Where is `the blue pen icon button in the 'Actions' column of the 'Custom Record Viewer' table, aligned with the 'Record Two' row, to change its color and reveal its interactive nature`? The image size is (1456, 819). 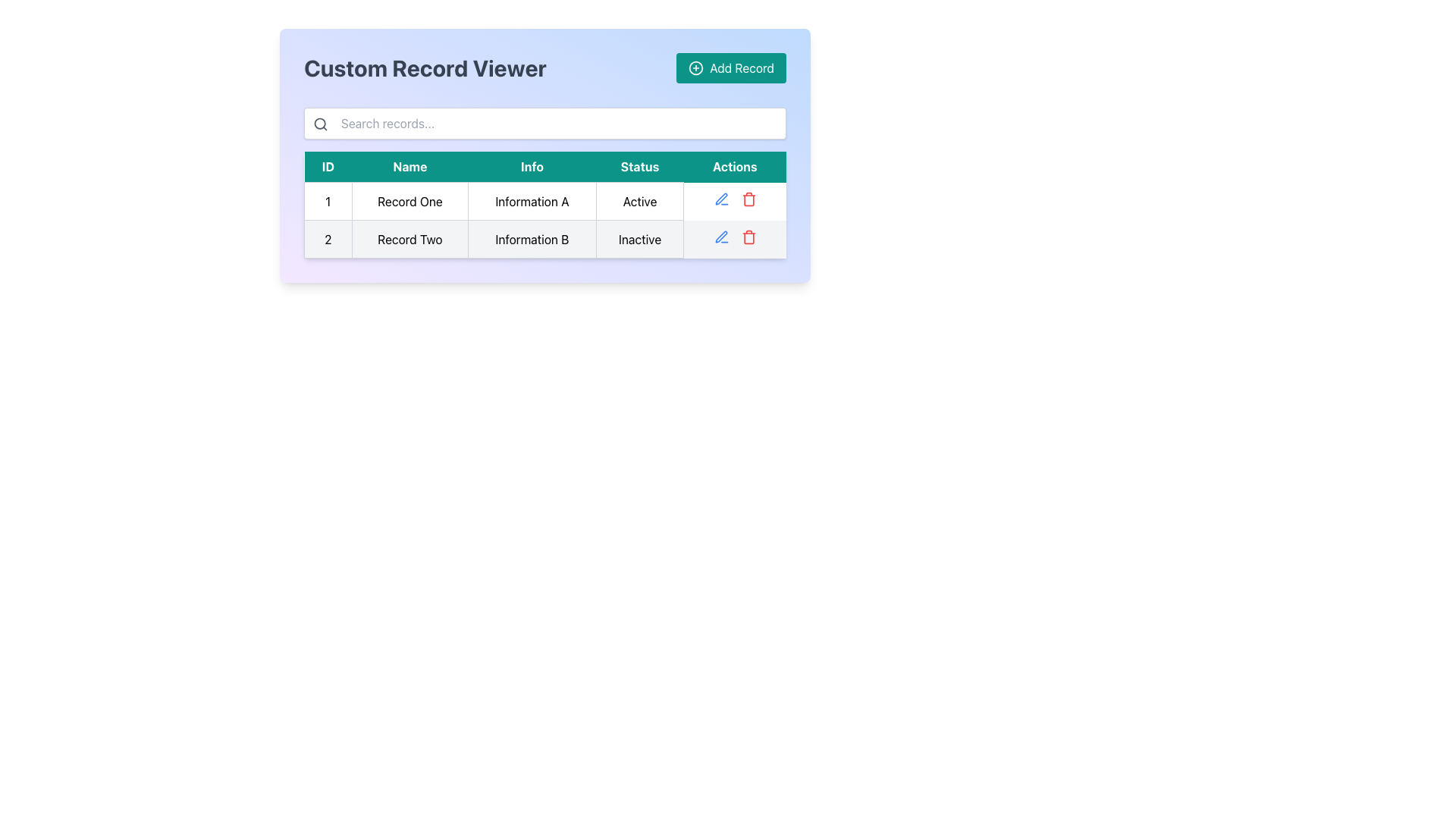 the blue pen icon button in the 'Actions' column of the 'Custom Record Viewer' table, aligned with the 'Record Two' row, to change its color and reveal its interactive nature is located at coordinates (720, 198).